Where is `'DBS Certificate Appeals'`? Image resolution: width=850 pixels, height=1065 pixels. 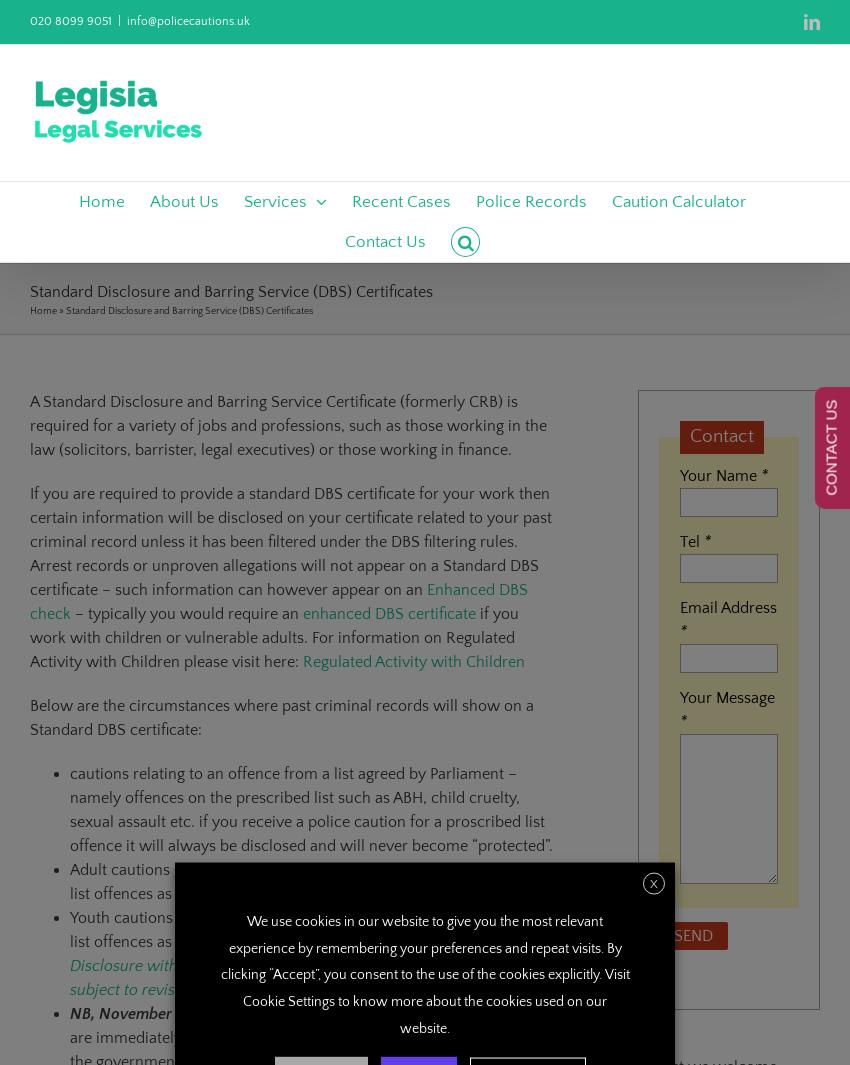 'DBS Certificate Appeals' is located at coordinates (550, 466).